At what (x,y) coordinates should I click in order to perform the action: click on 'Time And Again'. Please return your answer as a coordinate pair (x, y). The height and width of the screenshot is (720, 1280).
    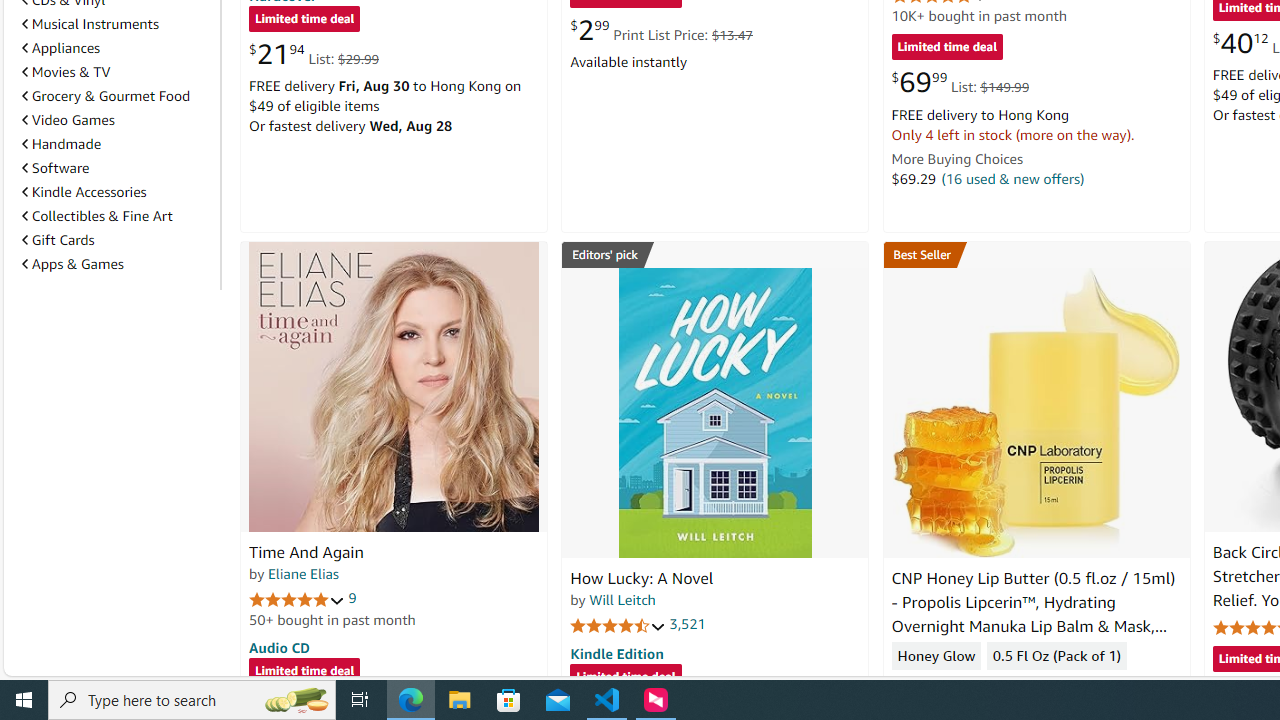
    Looking at the image, I should click on (394, 386).